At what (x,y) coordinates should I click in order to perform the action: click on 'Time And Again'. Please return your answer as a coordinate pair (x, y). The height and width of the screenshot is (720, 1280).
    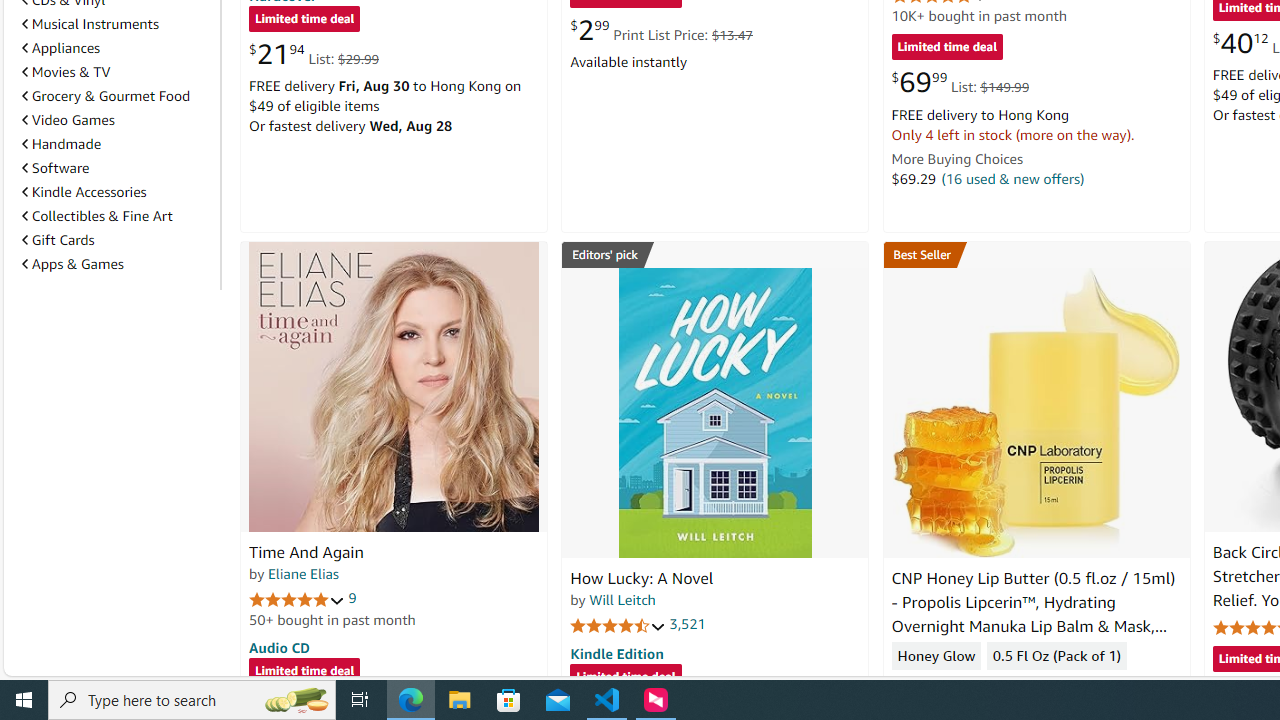
    Looking at the image, I should click on (394, 386).